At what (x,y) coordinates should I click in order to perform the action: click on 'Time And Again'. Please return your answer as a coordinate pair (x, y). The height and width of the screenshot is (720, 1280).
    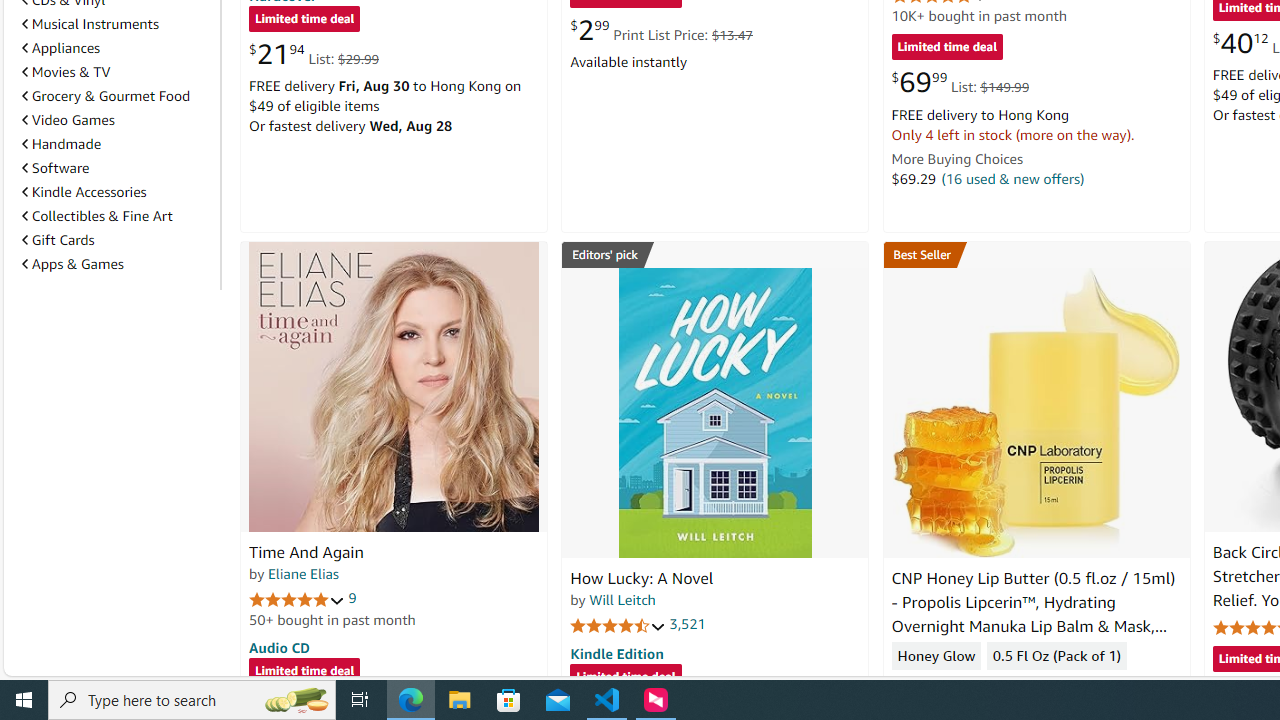
    Looking at the image, I should click on (394, 386).